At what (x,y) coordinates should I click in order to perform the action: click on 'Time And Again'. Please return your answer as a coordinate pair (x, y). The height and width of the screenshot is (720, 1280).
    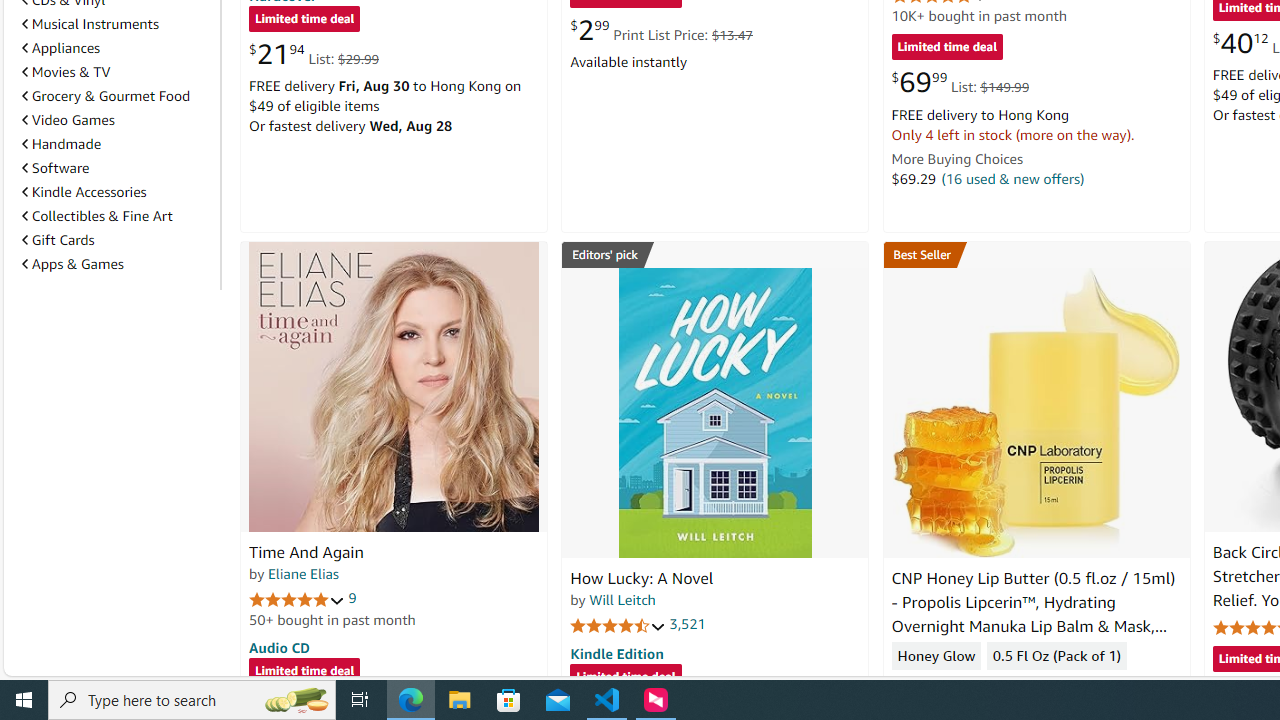
    Looking at the image, I should click on (394, 386).